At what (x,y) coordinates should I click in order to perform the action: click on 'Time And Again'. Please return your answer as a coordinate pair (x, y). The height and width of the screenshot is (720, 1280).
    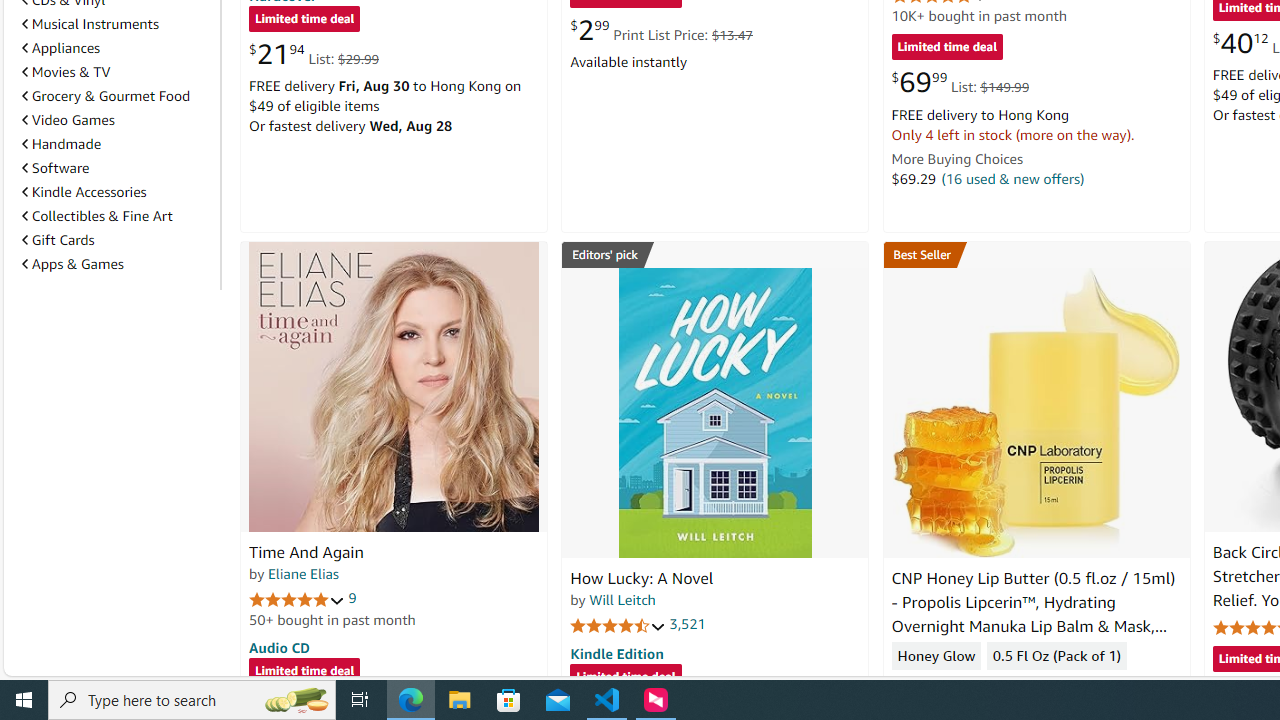
    Looking at the image, I should click on (394, 386).